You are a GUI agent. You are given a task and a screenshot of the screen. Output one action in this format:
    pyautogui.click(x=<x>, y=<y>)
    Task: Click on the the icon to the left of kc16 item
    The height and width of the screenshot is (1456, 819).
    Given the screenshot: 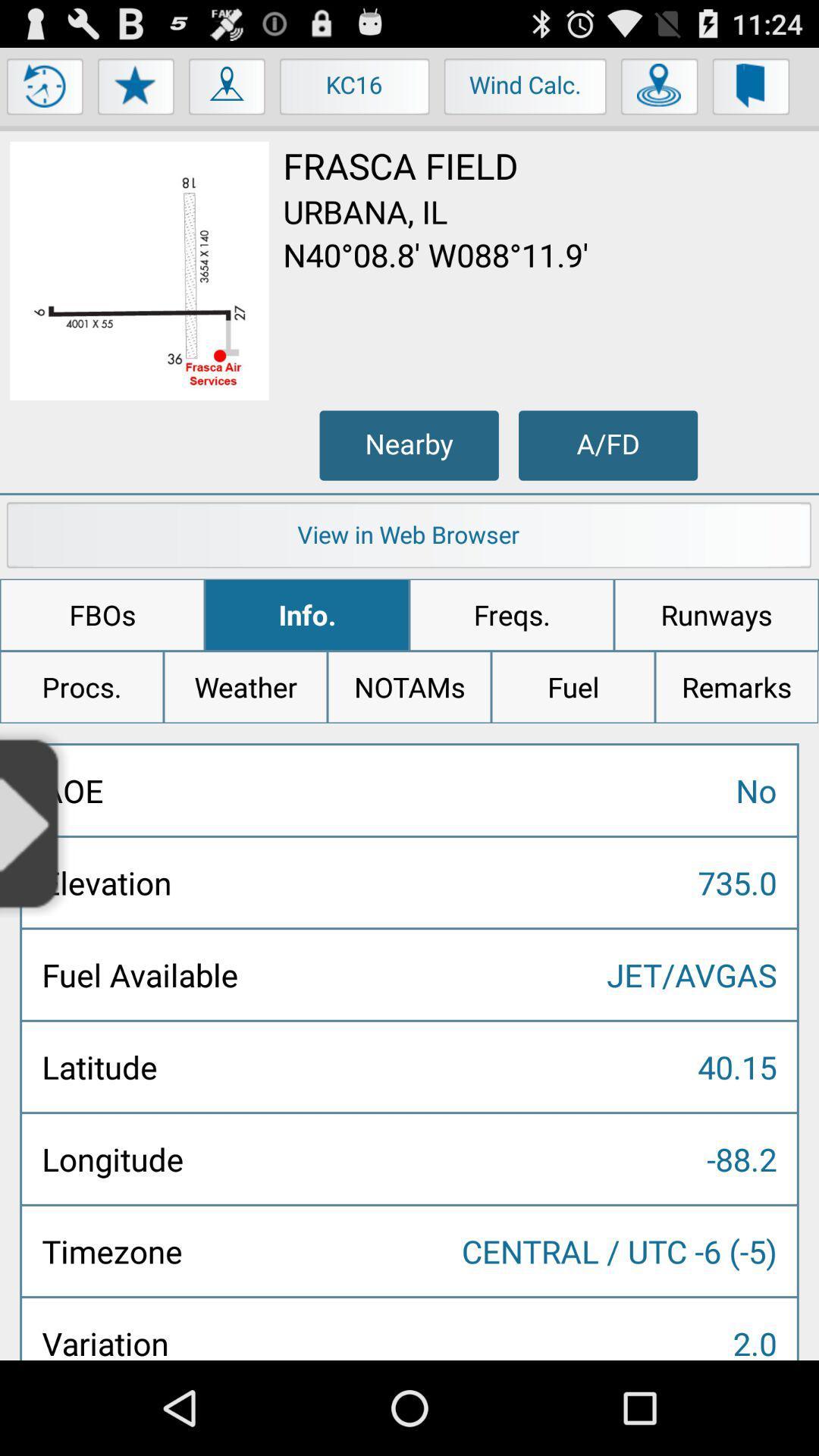 What is the action you would take?
    pyautogui.click(x=227, y=89)
    